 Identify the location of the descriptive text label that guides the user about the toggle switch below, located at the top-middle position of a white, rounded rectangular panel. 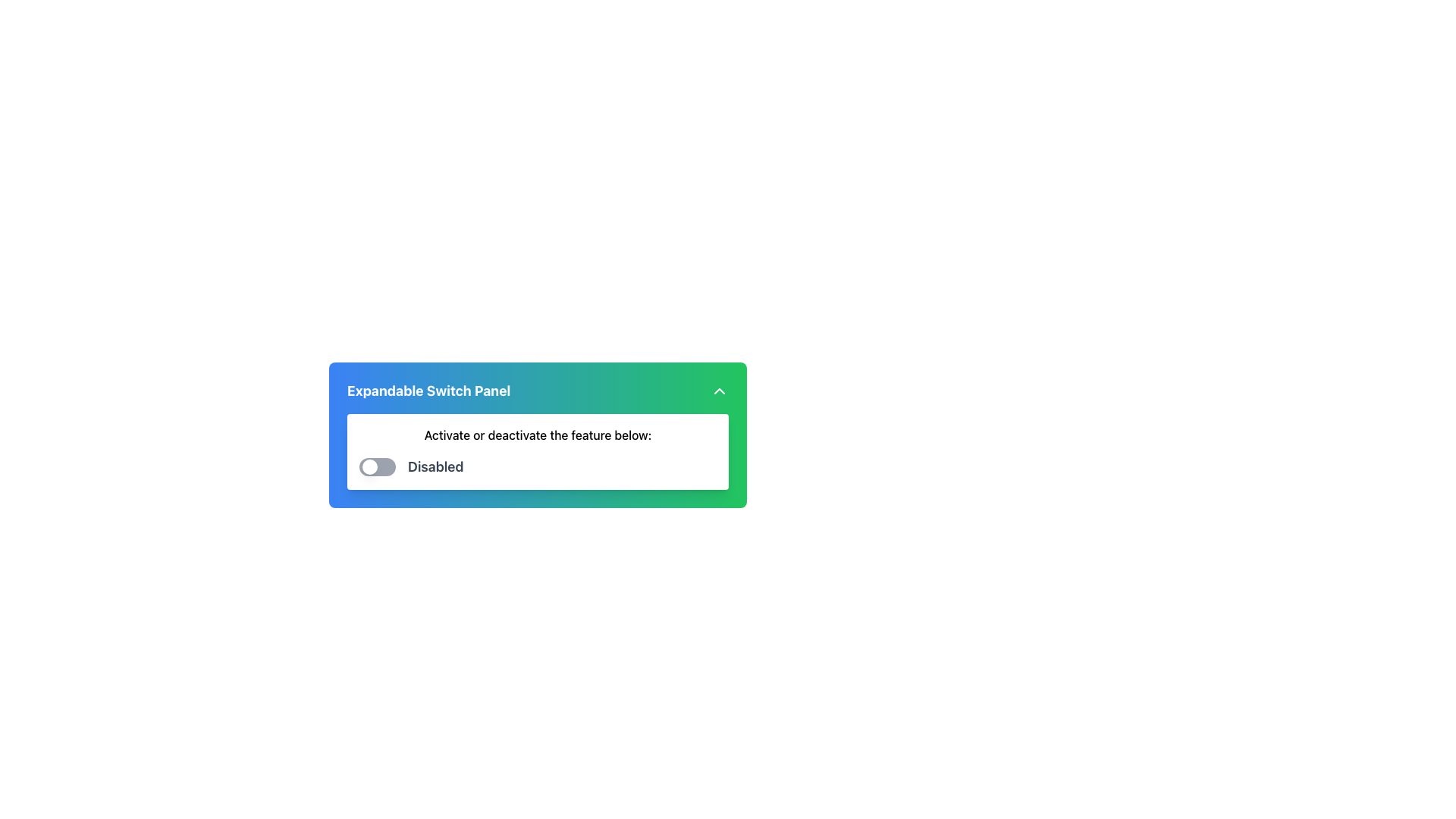
(538, 435).